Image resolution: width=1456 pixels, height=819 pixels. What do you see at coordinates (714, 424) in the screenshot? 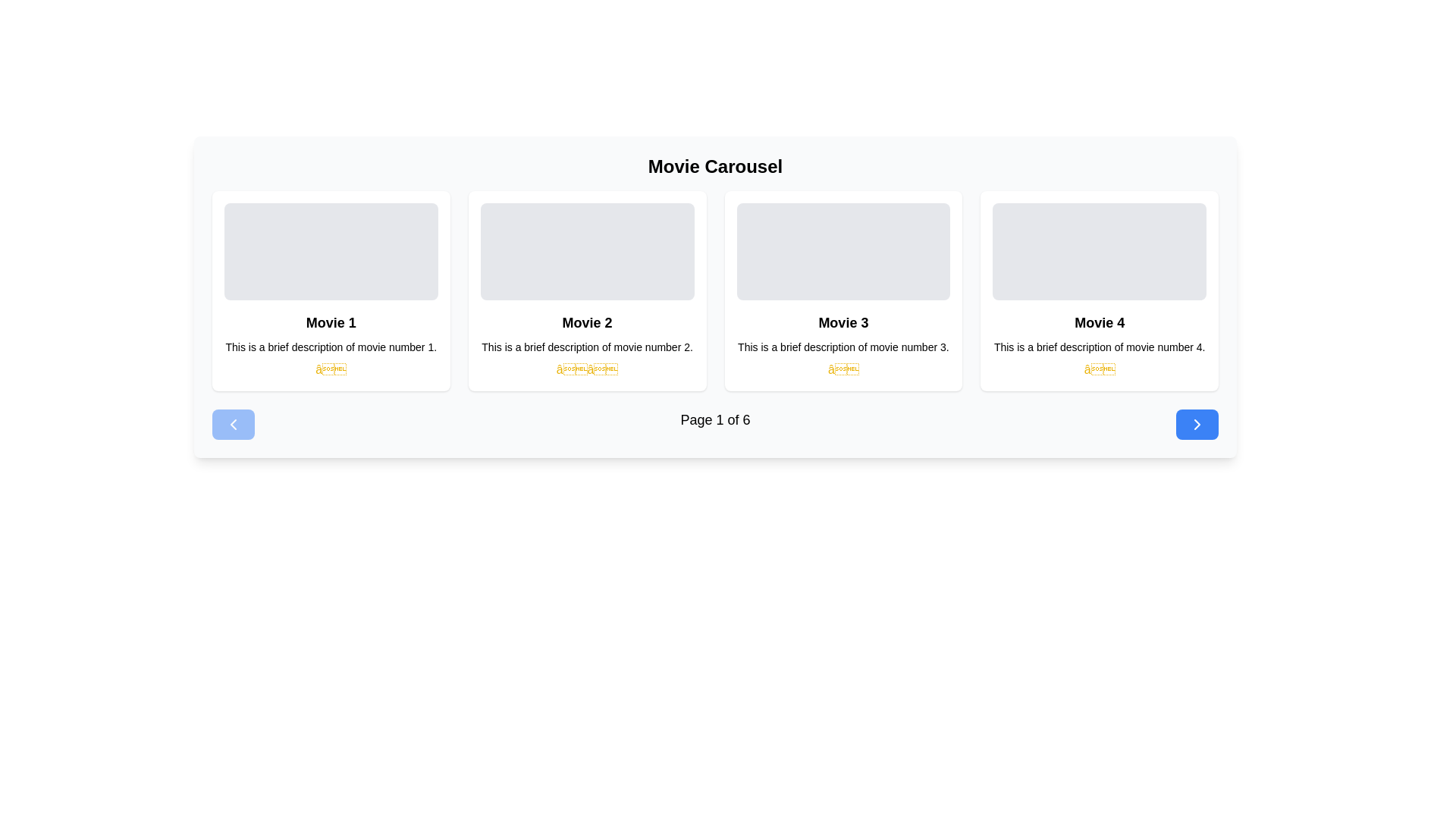
I see `the pagination display element that shows the current page and total pages, reading 'Page 1 of 6', located at the bottom of the movie cards grid` at bounding box center [714, 424].